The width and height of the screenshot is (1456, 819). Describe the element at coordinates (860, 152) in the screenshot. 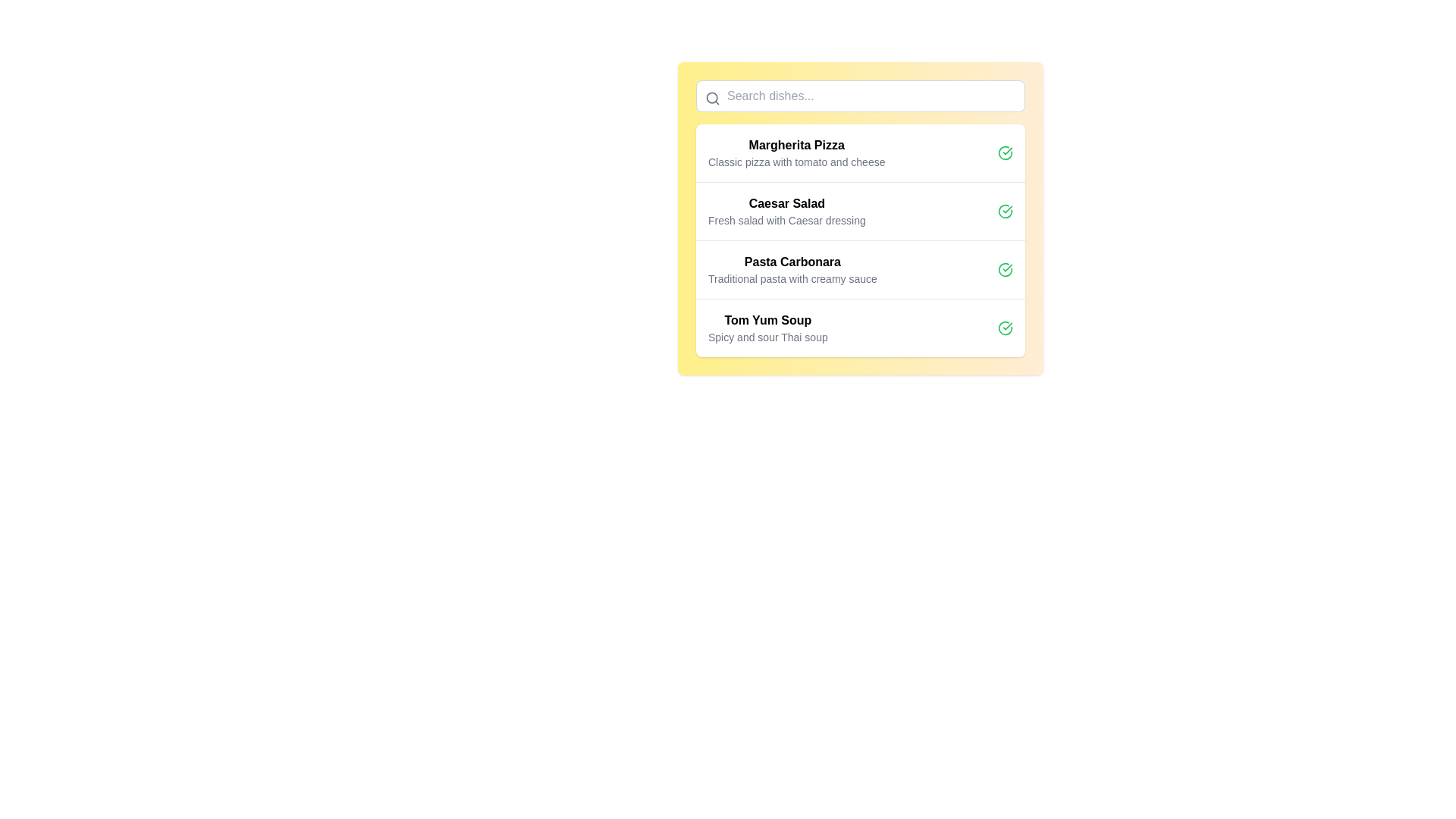

I see `the list item displaying 'Margherita Pizza'` at that location.